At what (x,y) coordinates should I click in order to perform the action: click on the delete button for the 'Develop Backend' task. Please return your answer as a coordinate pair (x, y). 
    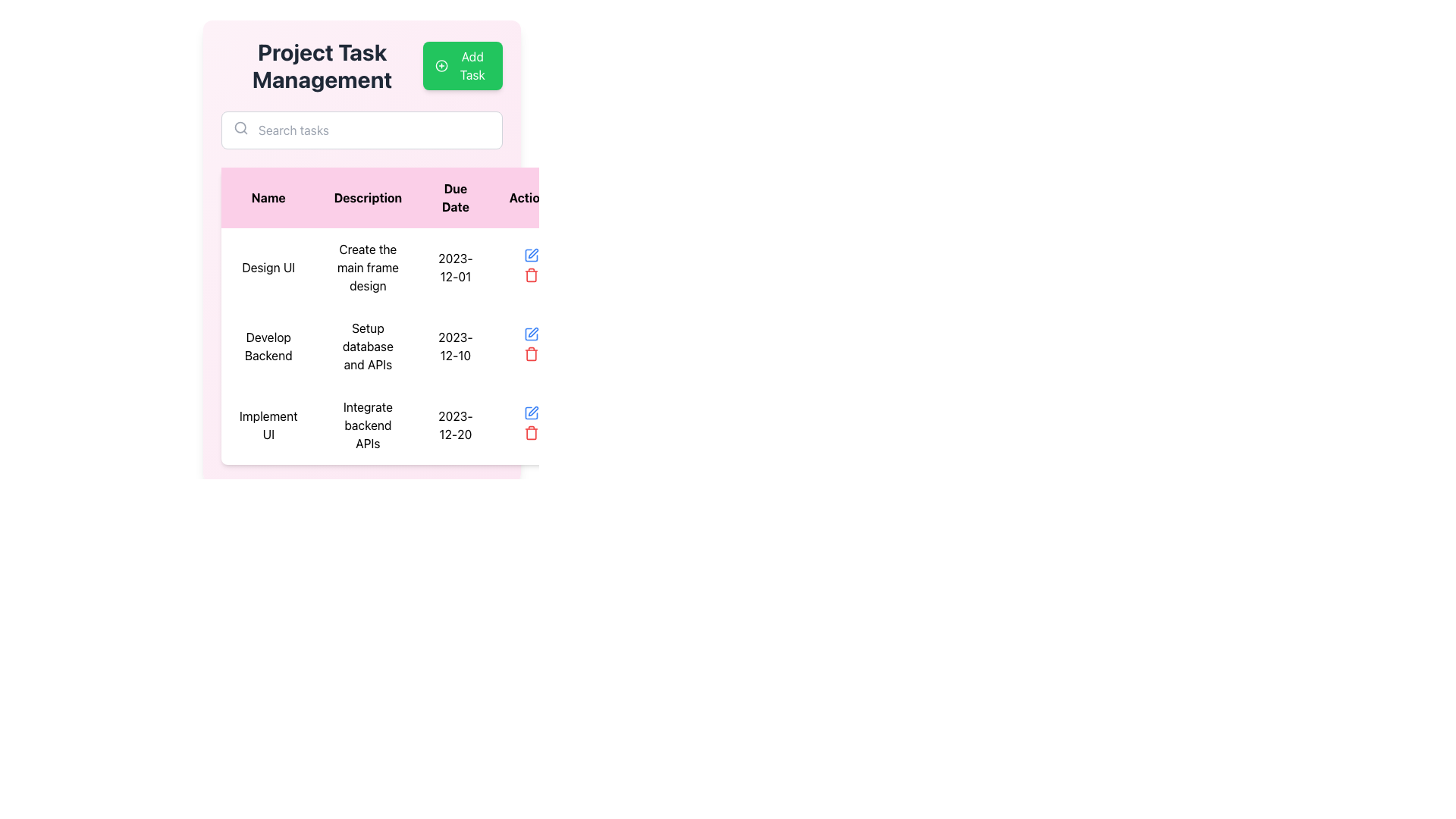
    Looking at the image, I should click on (531, 353).